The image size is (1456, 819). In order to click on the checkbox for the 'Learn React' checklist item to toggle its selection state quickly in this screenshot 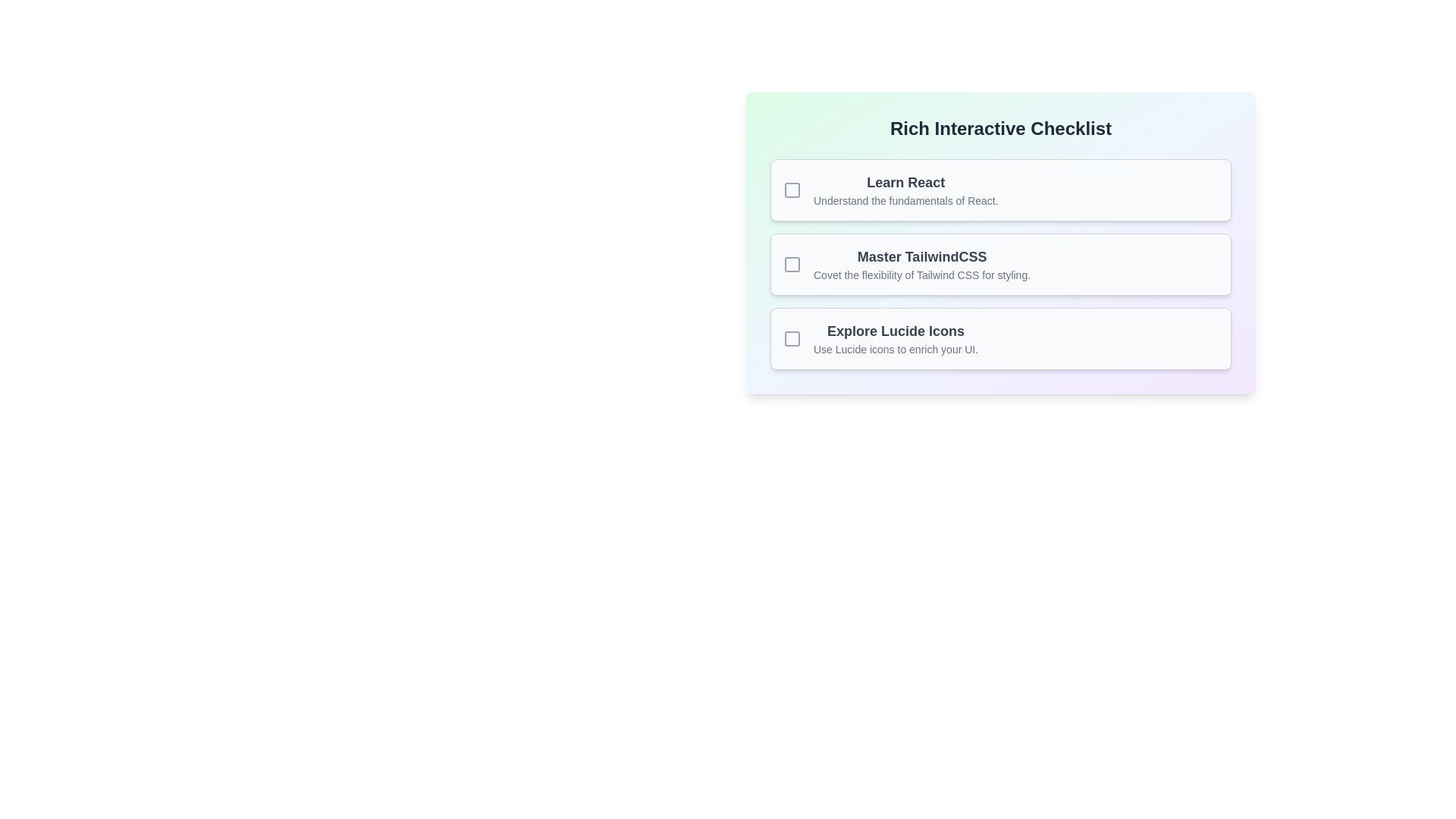, I will do `click(792, 189)`.